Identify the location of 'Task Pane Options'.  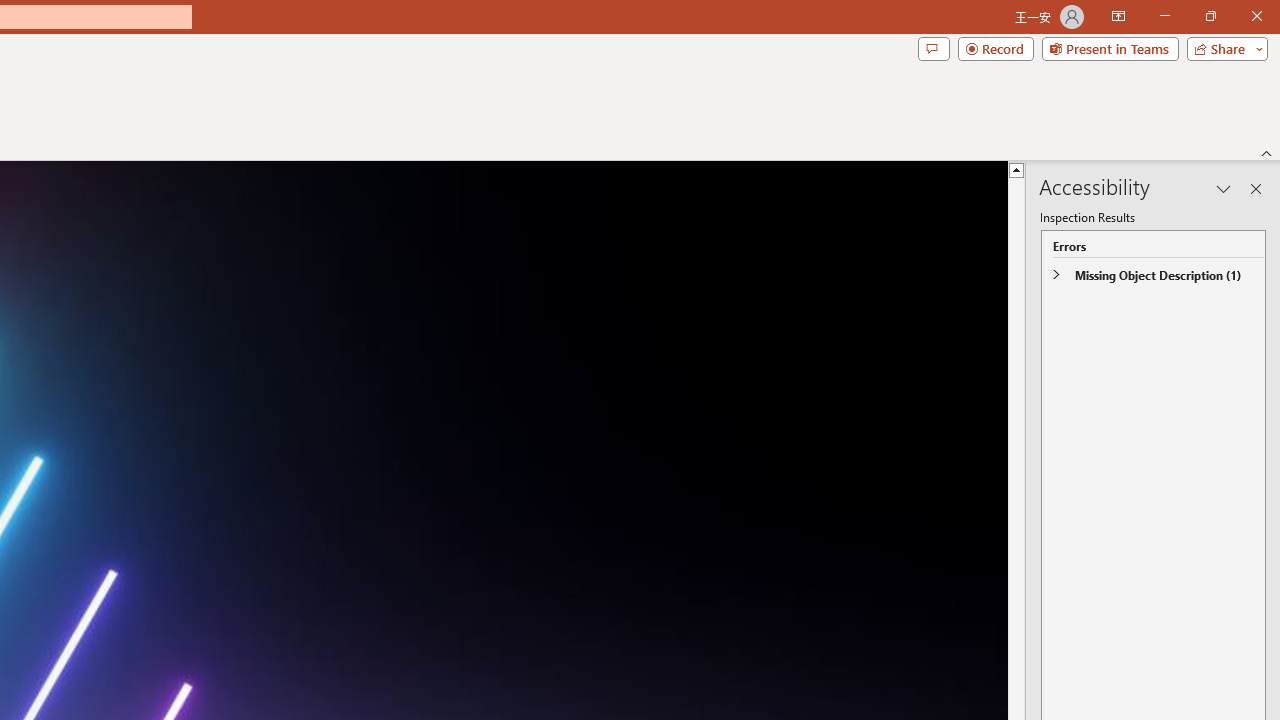
(1223, 189).